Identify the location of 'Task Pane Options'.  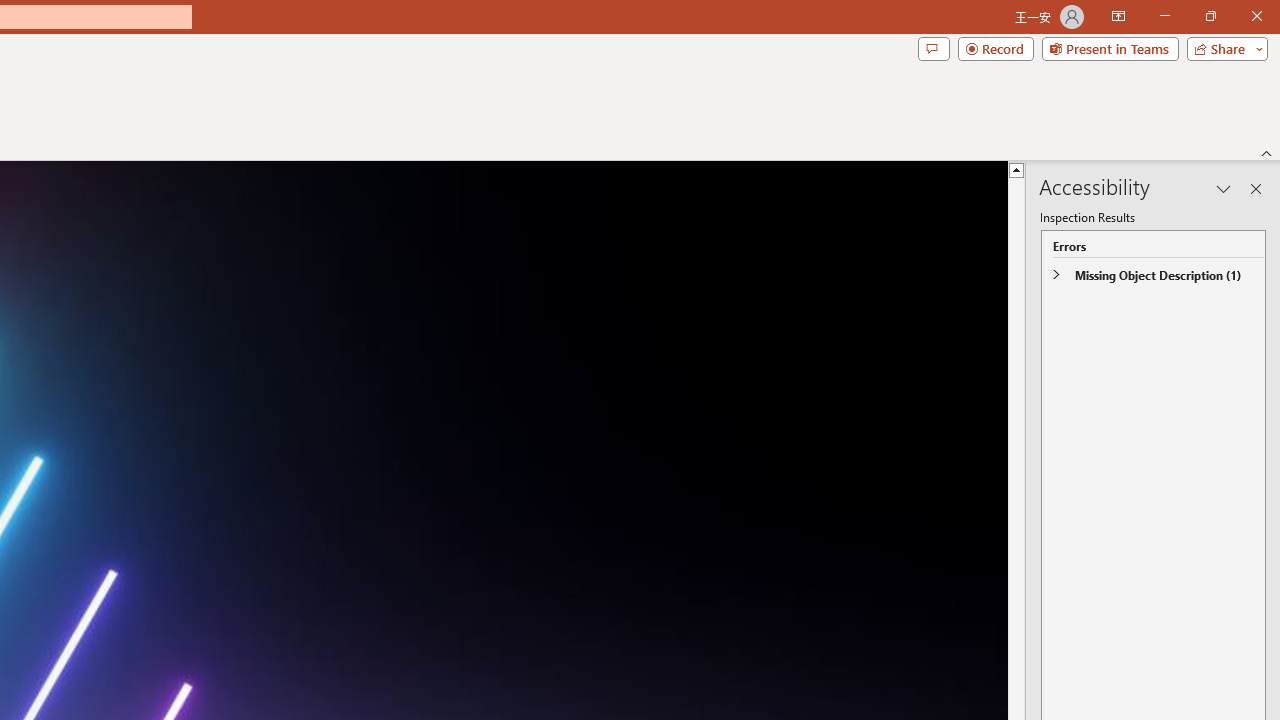
(1223, 189).